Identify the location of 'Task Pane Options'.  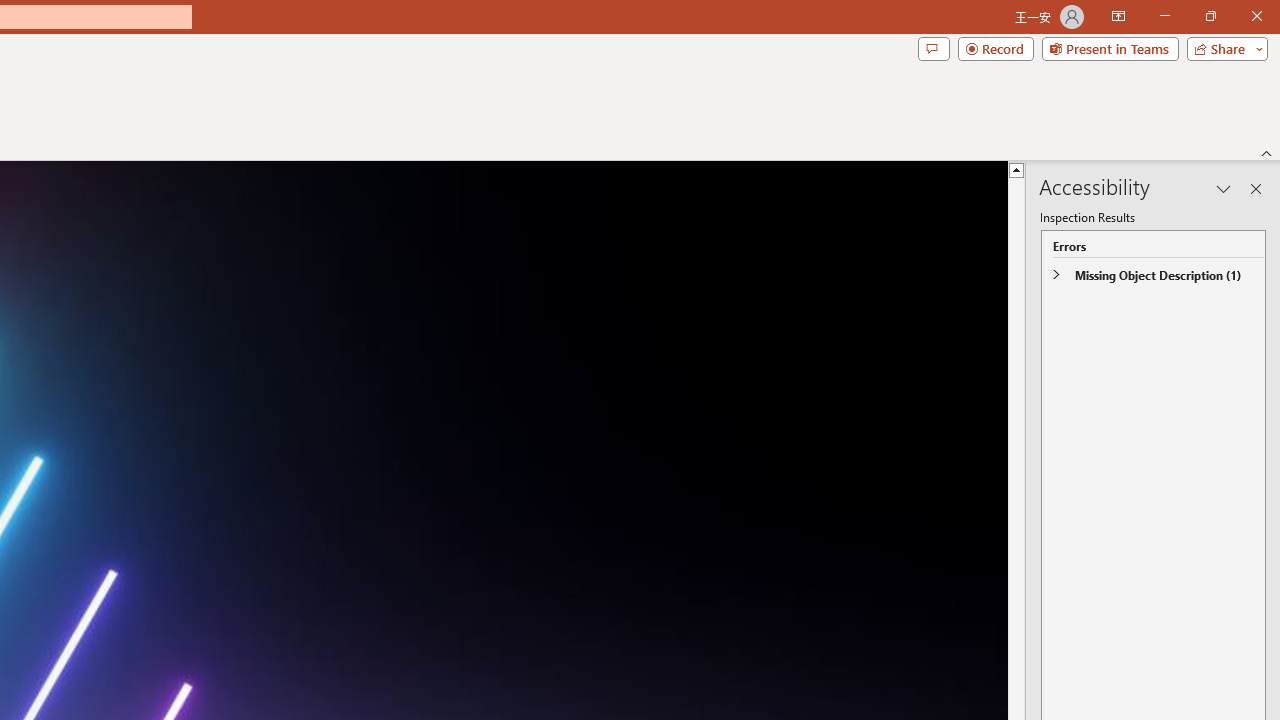
(1223, 189).